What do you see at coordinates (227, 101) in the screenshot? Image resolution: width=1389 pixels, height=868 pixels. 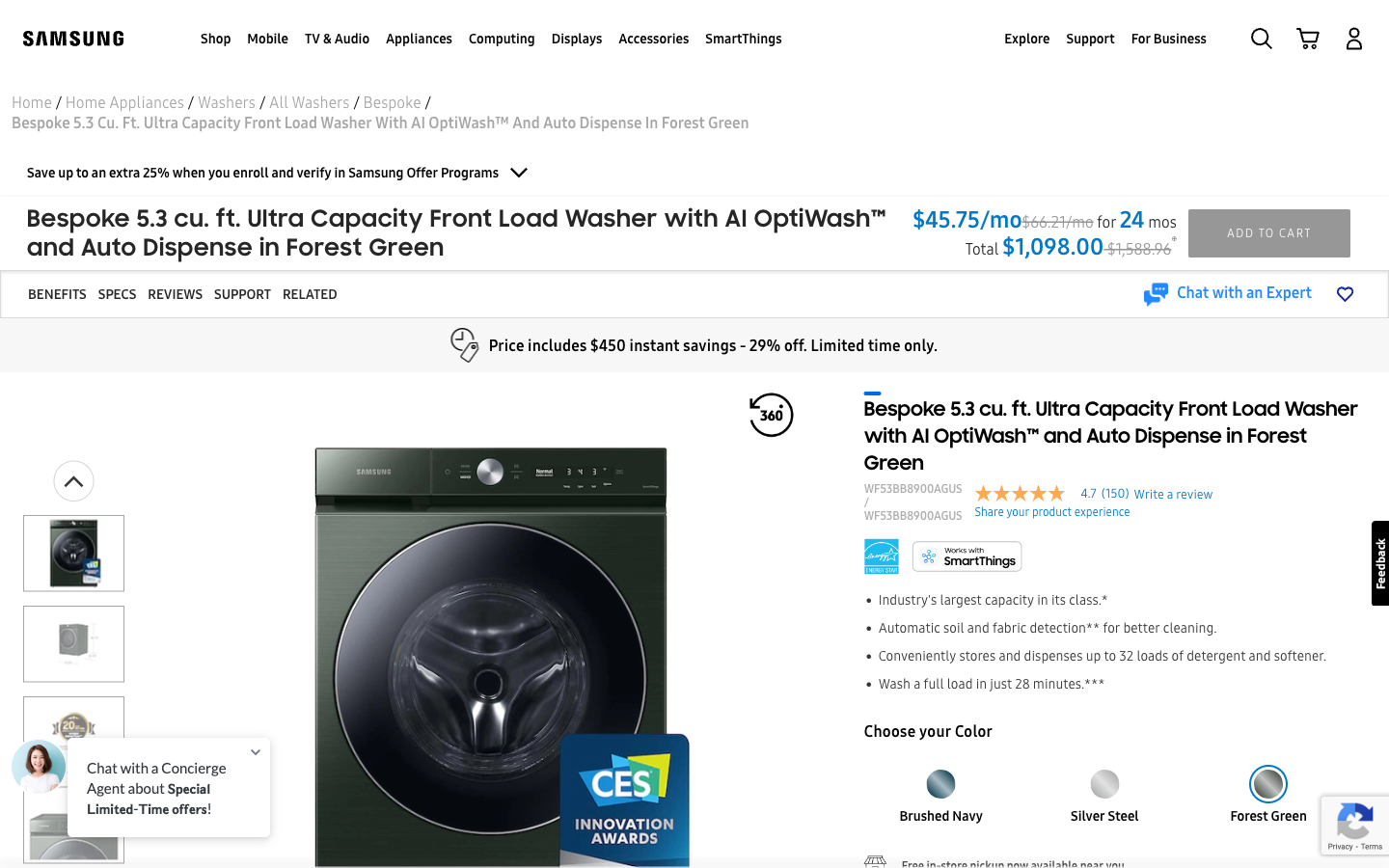 I see `Go two pages prior to view the entire washer selection` at bounding box center [227, 101].